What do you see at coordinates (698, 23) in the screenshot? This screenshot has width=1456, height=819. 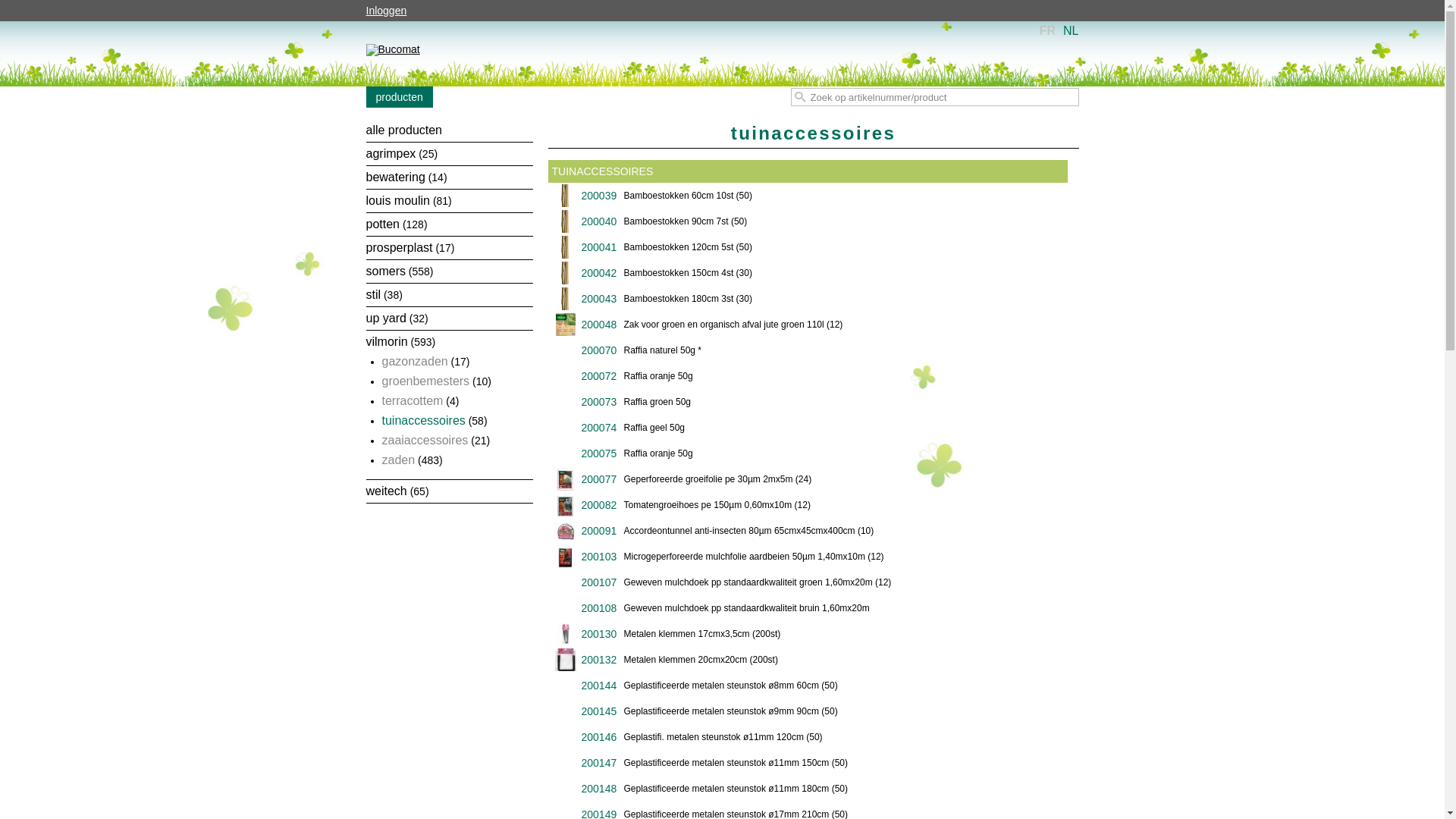 I see `'Overslaan en naar de inhoud gaan'` at bounding box center [698, 23].